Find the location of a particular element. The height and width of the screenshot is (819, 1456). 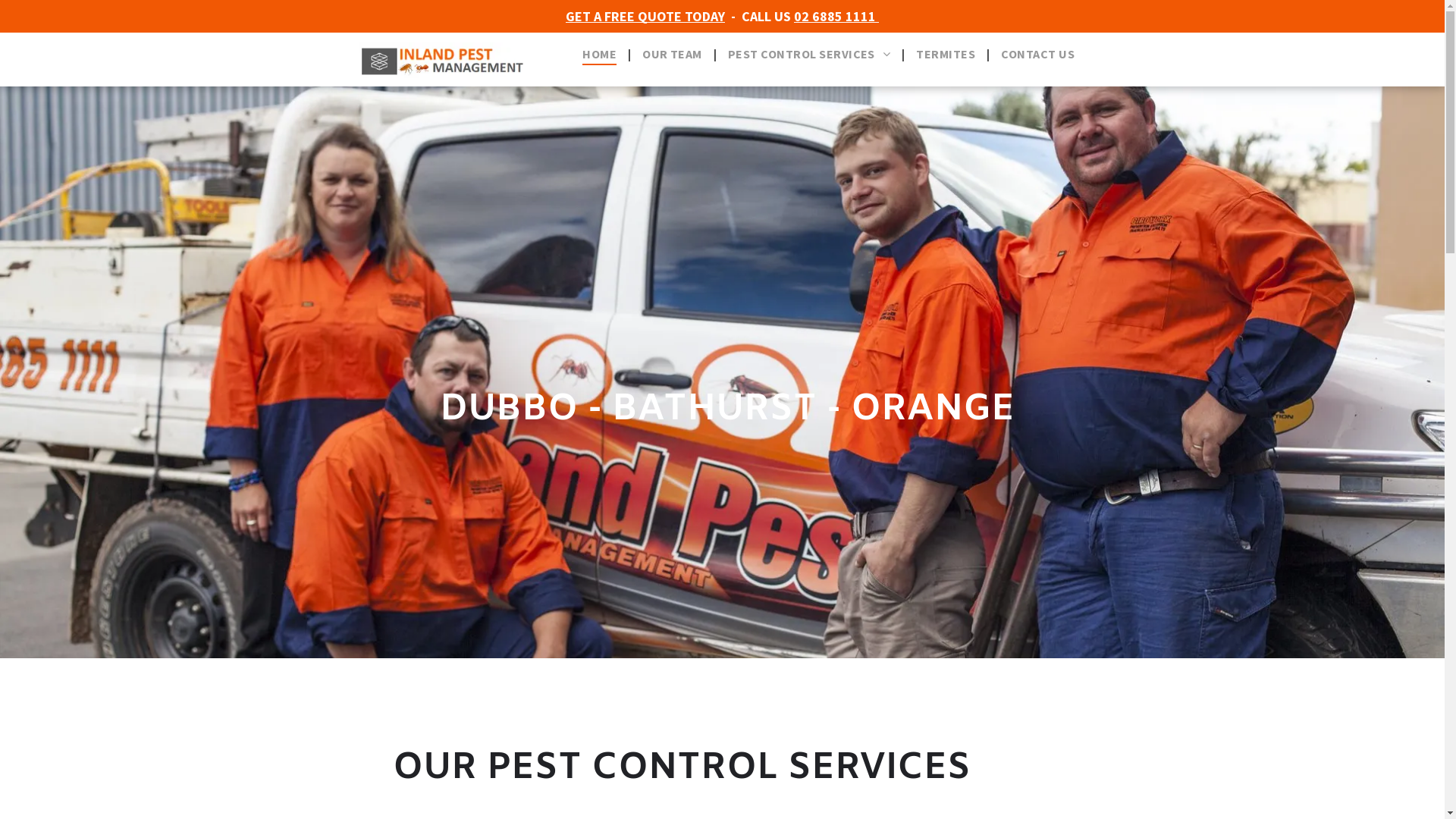

'GET A FREE QUOTE TODAY' is located at coordinates (645, 16).